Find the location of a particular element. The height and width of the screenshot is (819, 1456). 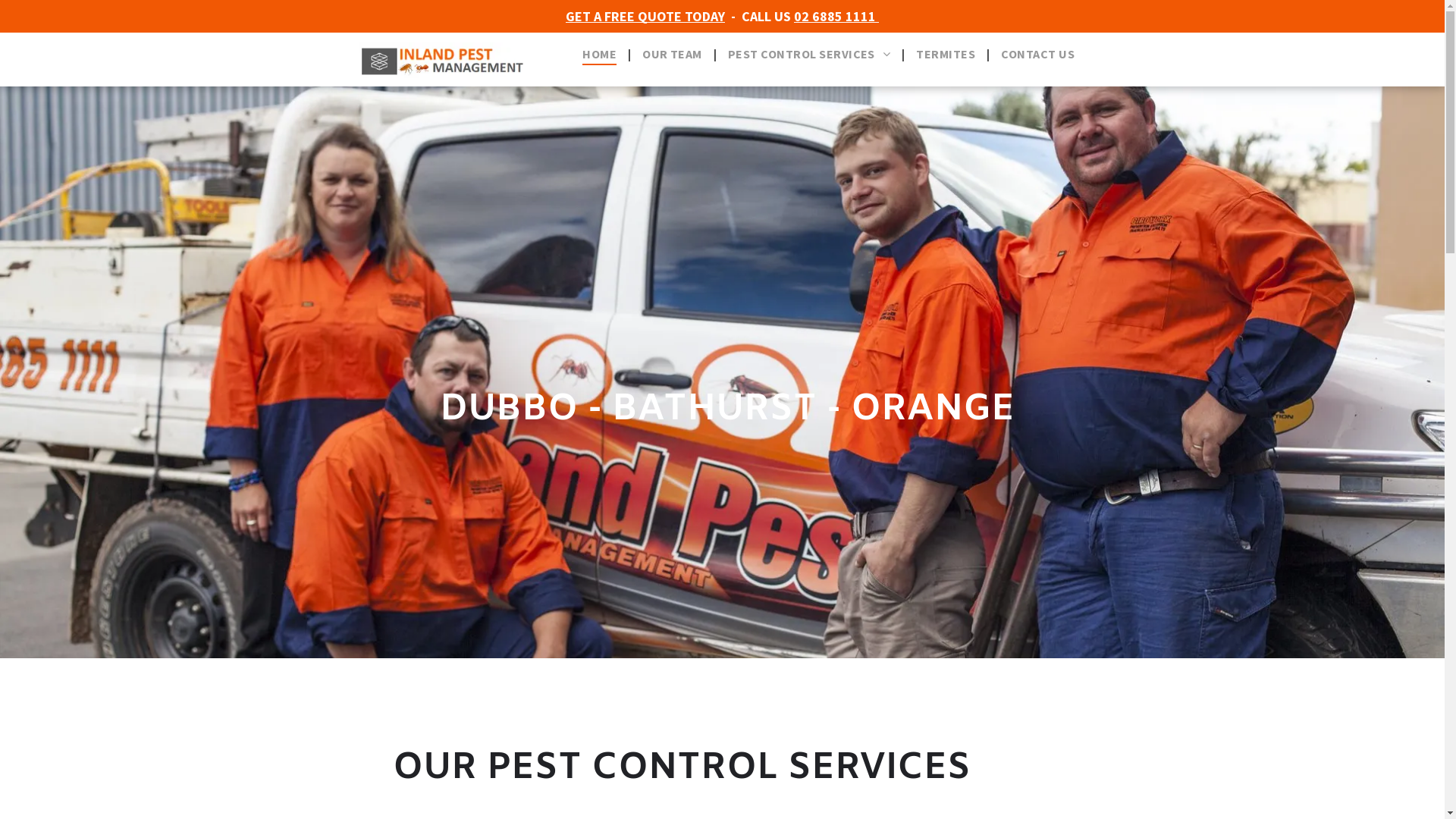

'GET A FREE QUOTE TODAY' is located at coordinates (645, 16).